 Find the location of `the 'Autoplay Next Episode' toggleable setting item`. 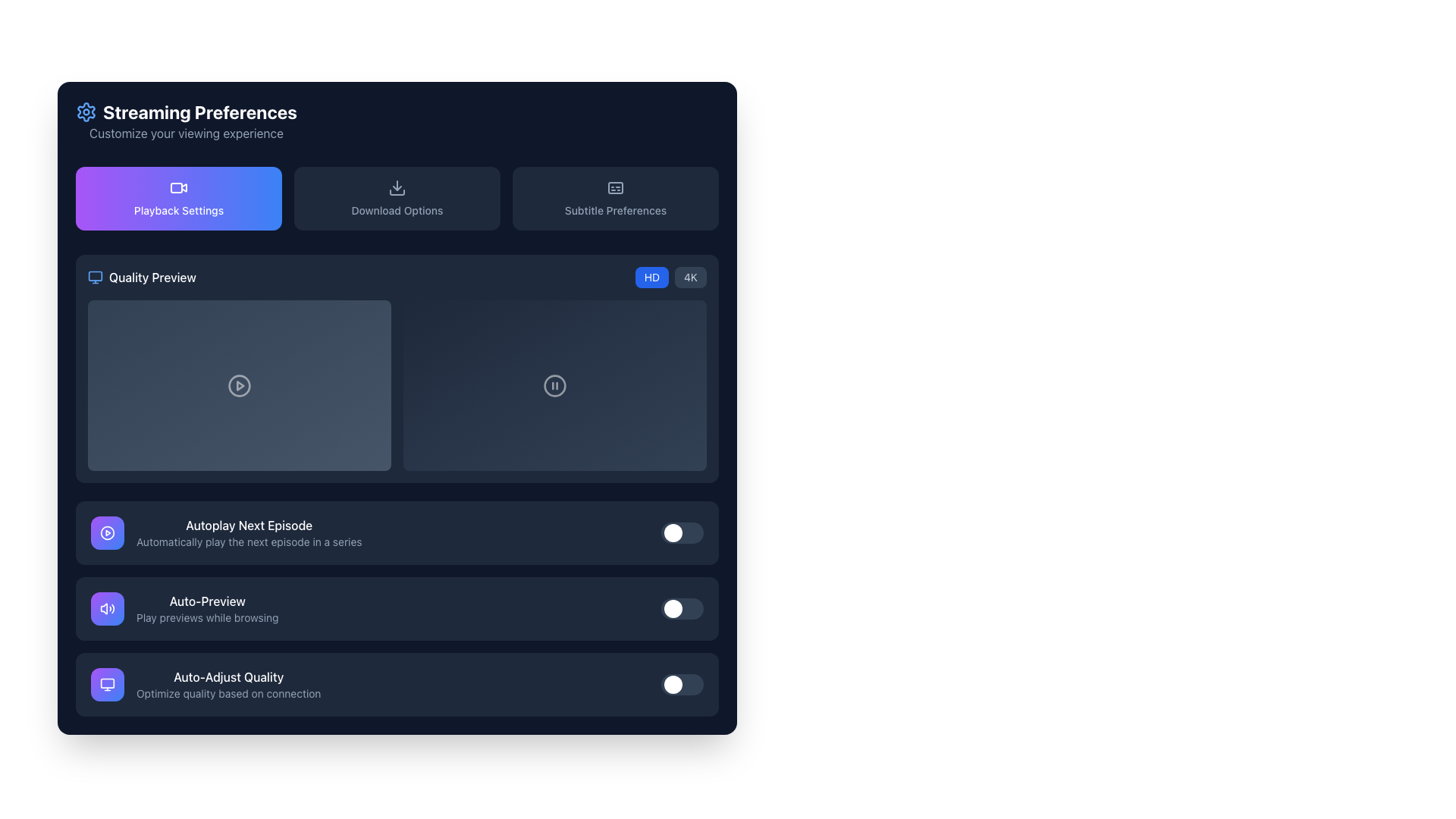

the 'Autoplay Next Episode' toggleable setting item is located at coordinates (397, 532).